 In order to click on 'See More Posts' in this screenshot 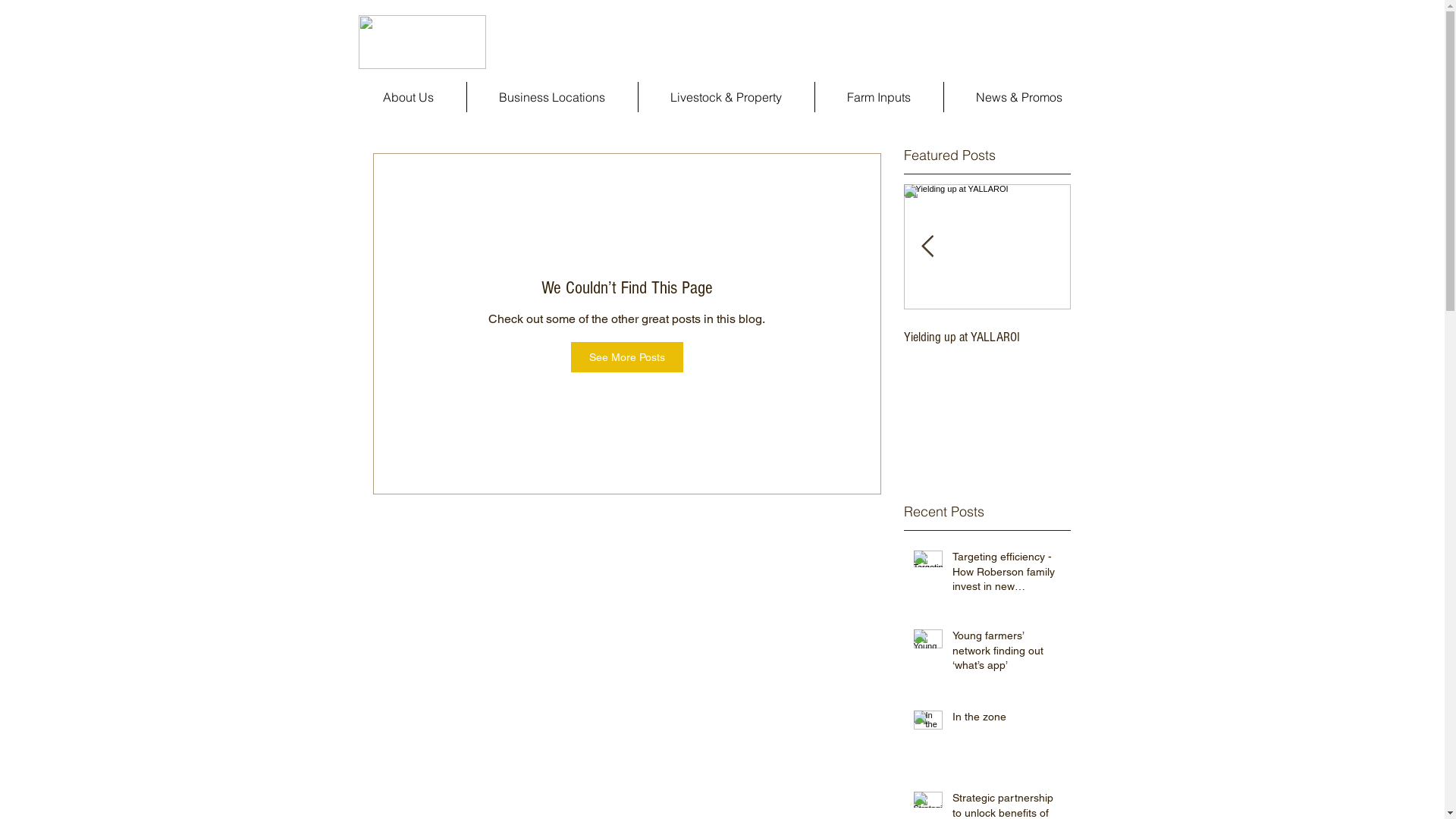, I will do `click(626, 356)`.